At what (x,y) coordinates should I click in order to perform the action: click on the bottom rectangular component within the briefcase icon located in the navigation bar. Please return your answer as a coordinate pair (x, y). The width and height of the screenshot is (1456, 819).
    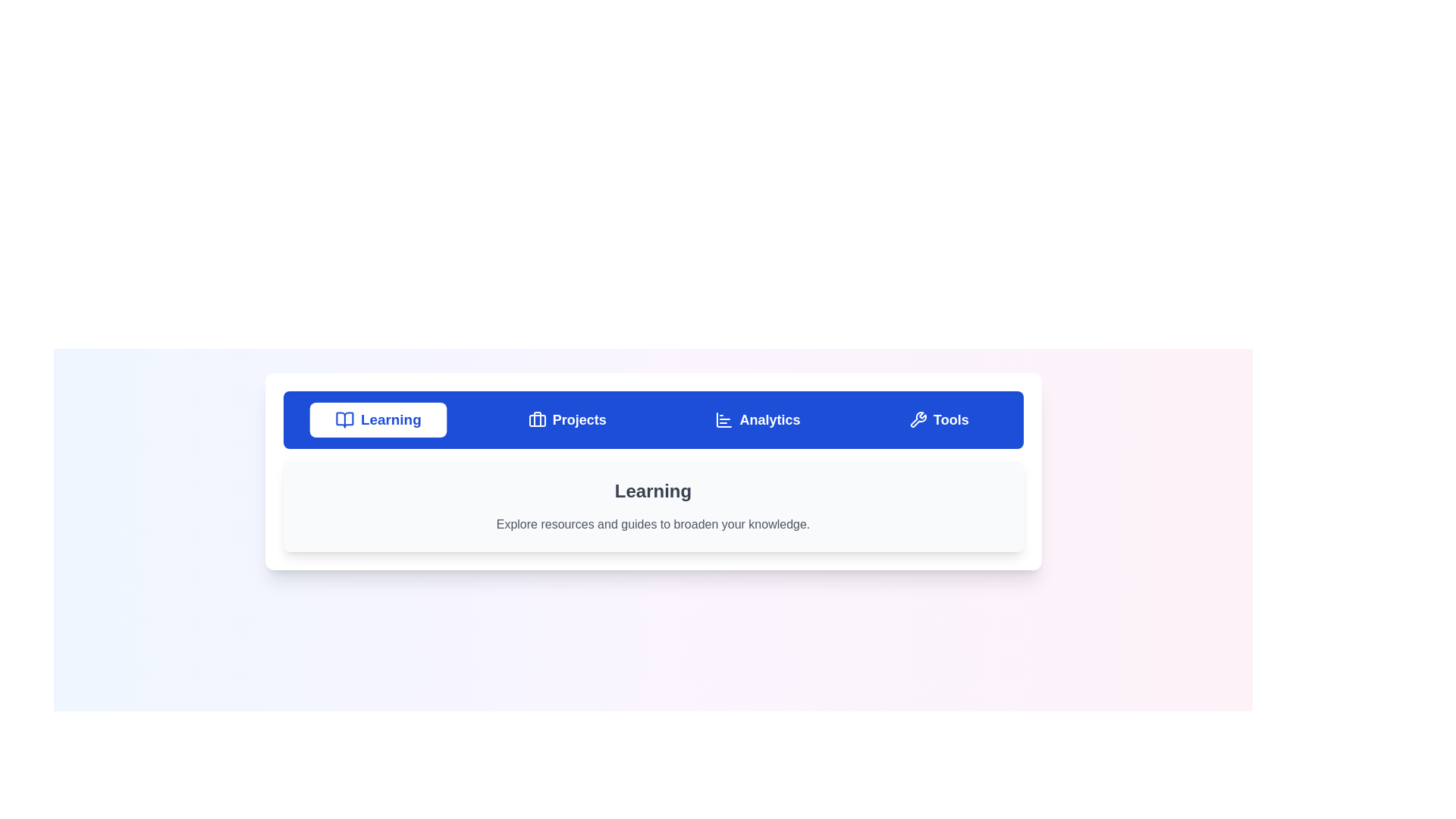
    Looking at the image, I should click on (537, 421).